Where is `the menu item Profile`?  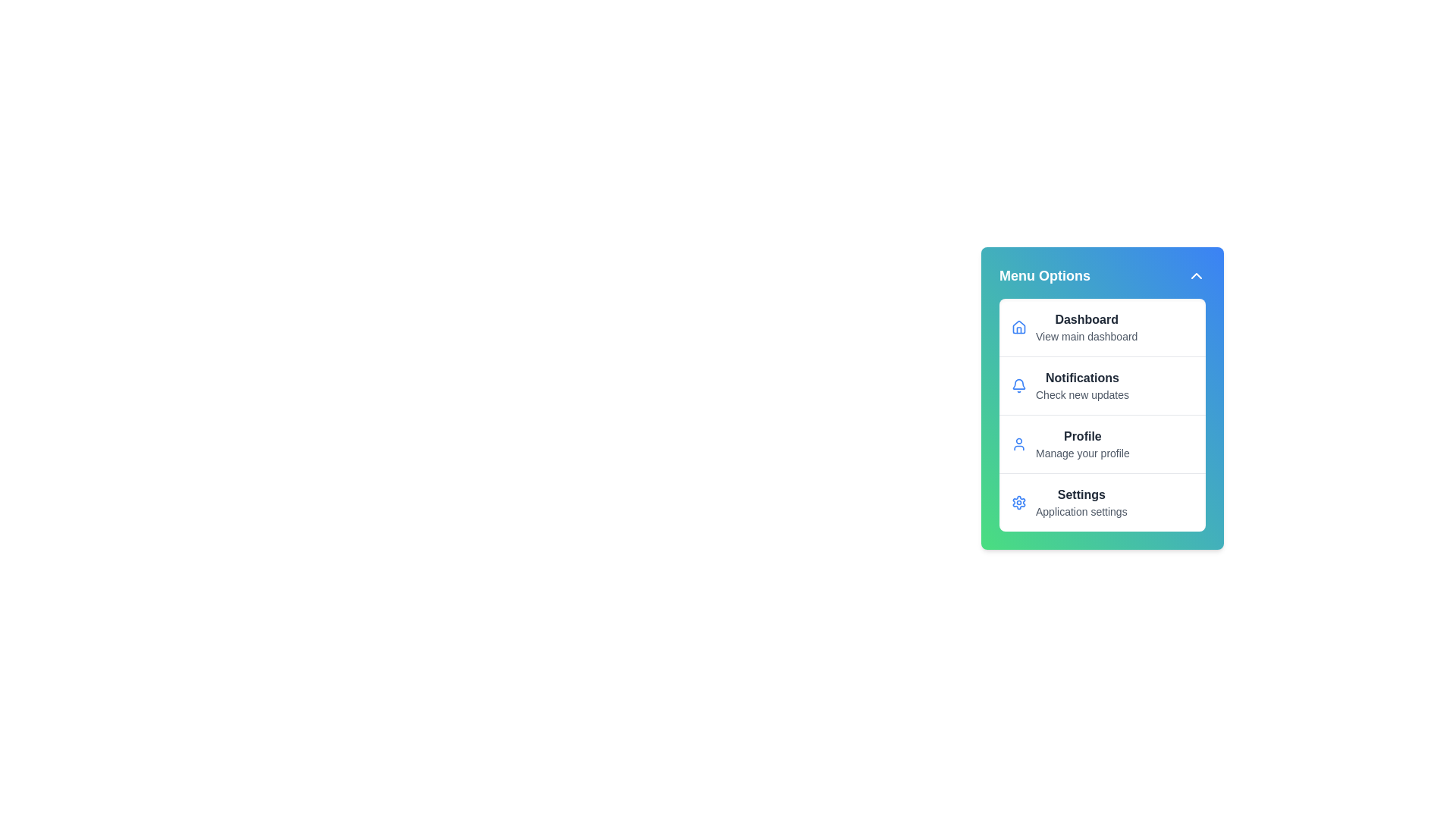 the menu item Profile is located at coordinates (1103, 444).